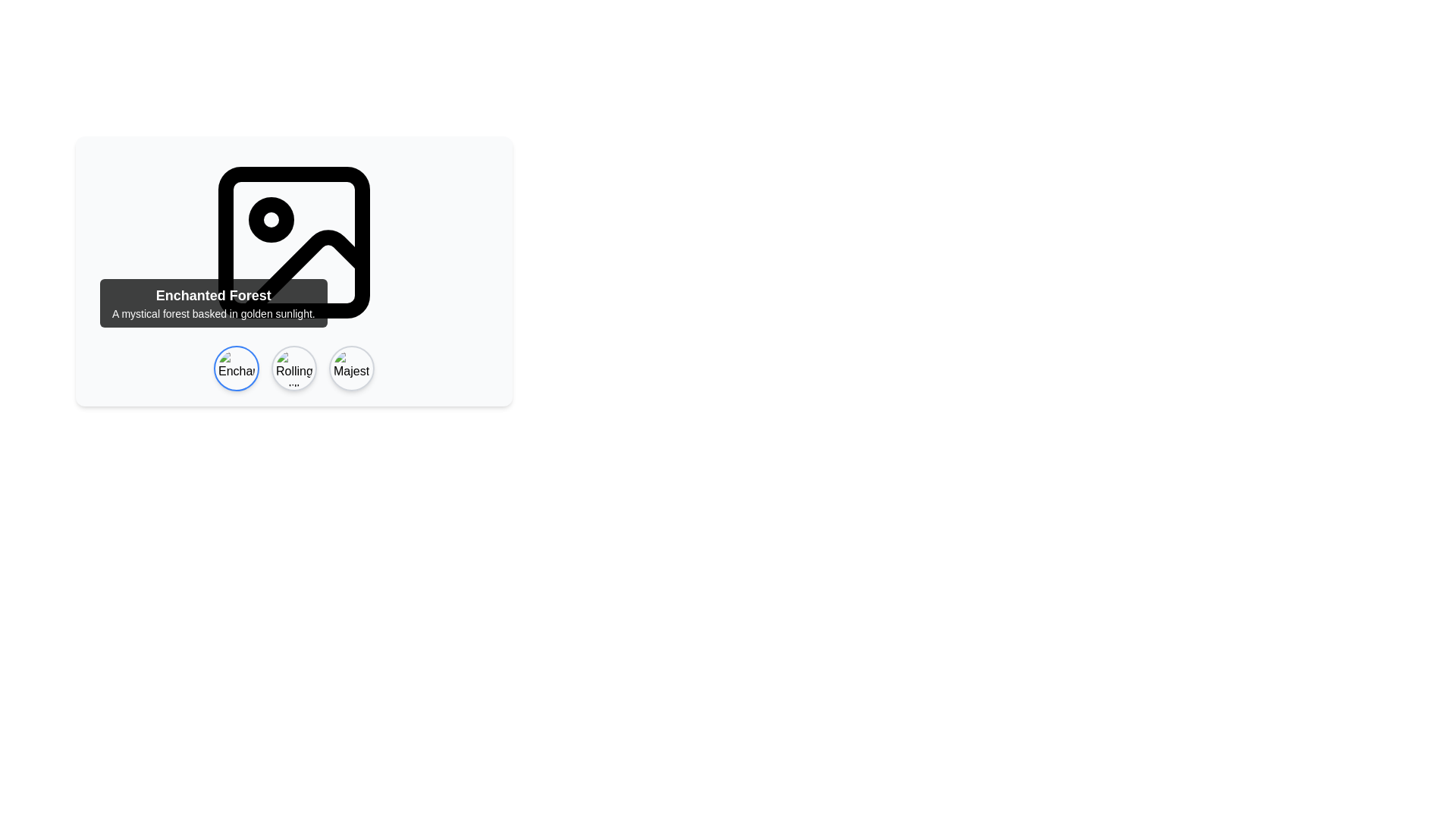 The height and width of the screenshot is (819, 1456). Describe the element at coordinates (236, 369) in the screenshot. I see `the circular image with a light blue and green abstract design, located below the title 'Enchanted Forest'` at that location.